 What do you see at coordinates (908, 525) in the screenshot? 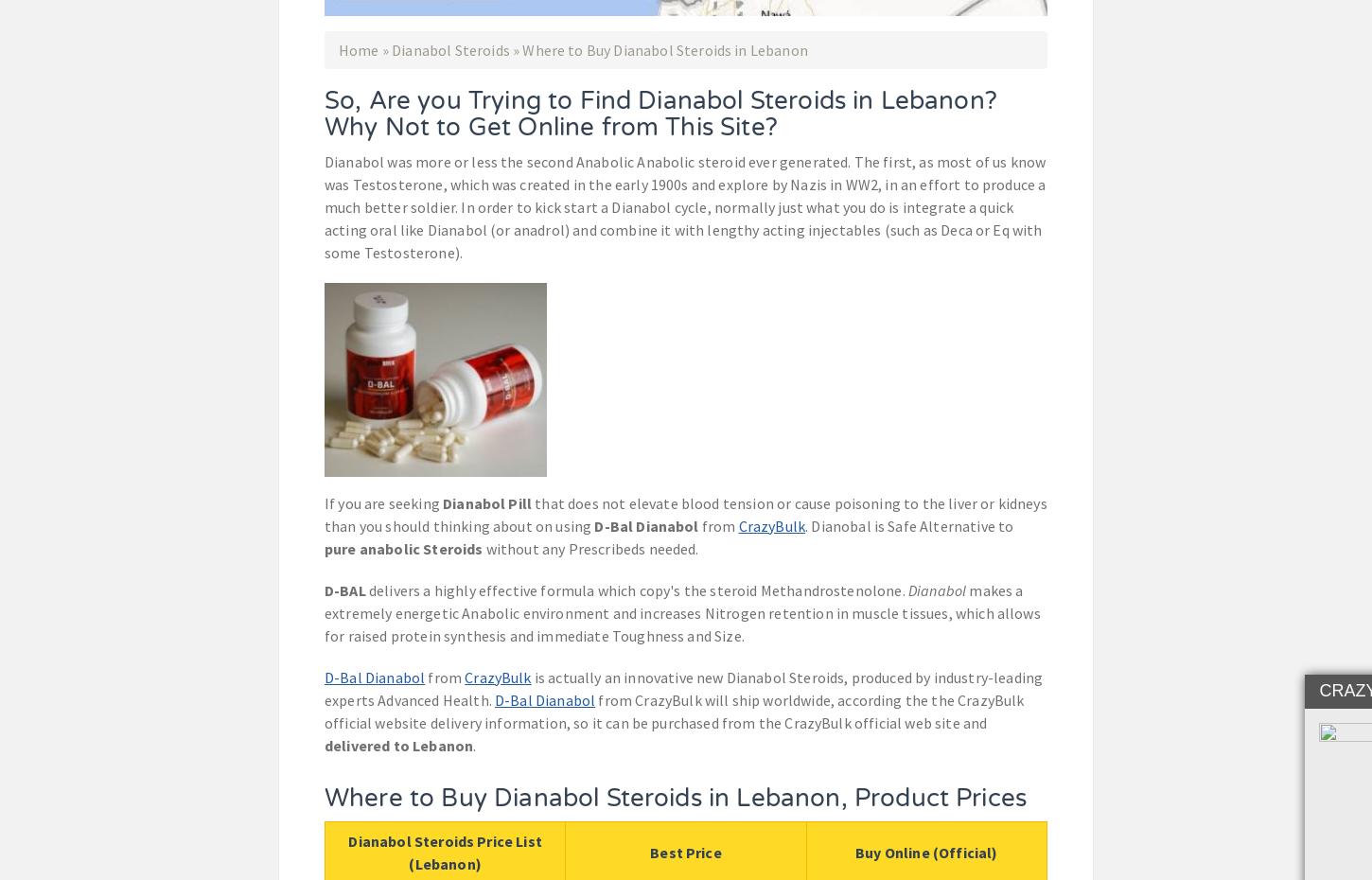
I see `'. Dianobal is Safe Alternative to'` at bounding box center [908, 525].